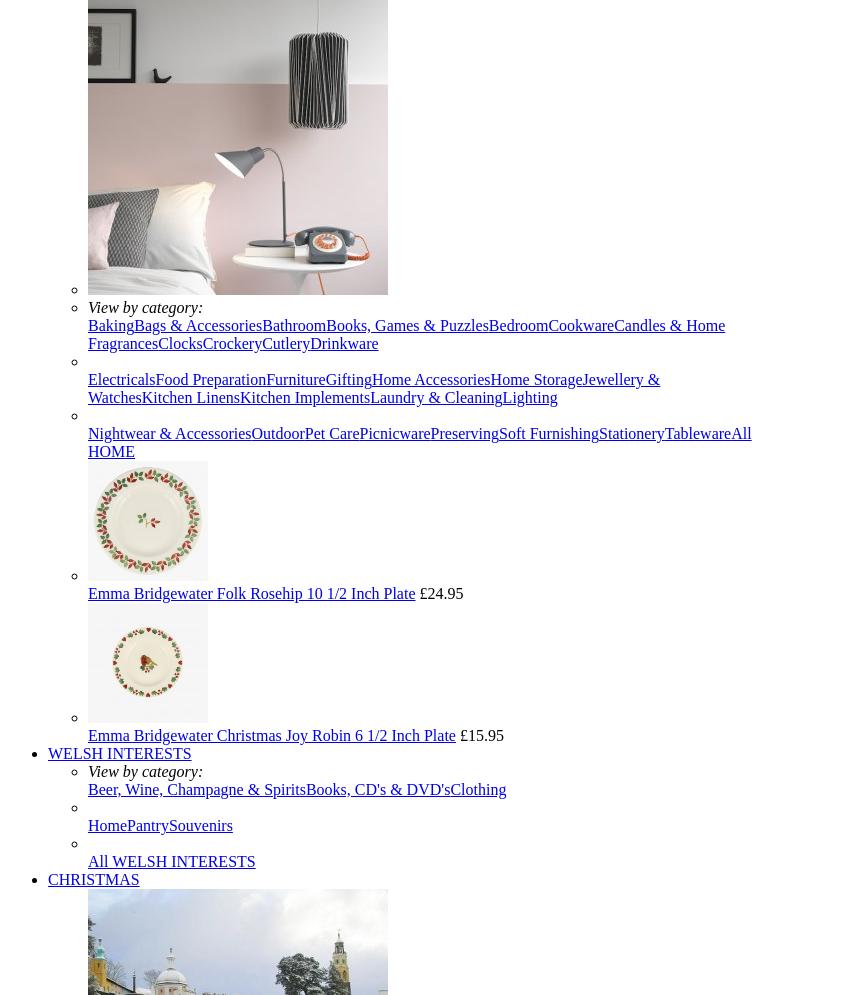 The height and width of the screenshot is (995, 856). Describe the element at coordinates (209, 378) in the screenshot. I see `'Food Preparation'` at that location.